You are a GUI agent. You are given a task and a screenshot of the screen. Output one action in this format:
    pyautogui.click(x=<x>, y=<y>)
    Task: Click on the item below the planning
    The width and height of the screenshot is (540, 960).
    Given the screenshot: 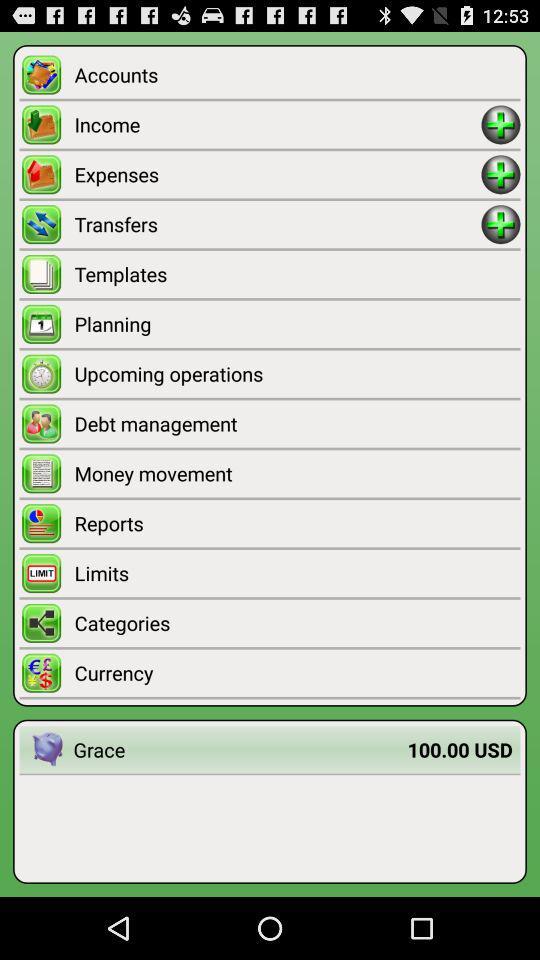 What is the action you would take?
    pyautogui.click(x=296, y=372)
    